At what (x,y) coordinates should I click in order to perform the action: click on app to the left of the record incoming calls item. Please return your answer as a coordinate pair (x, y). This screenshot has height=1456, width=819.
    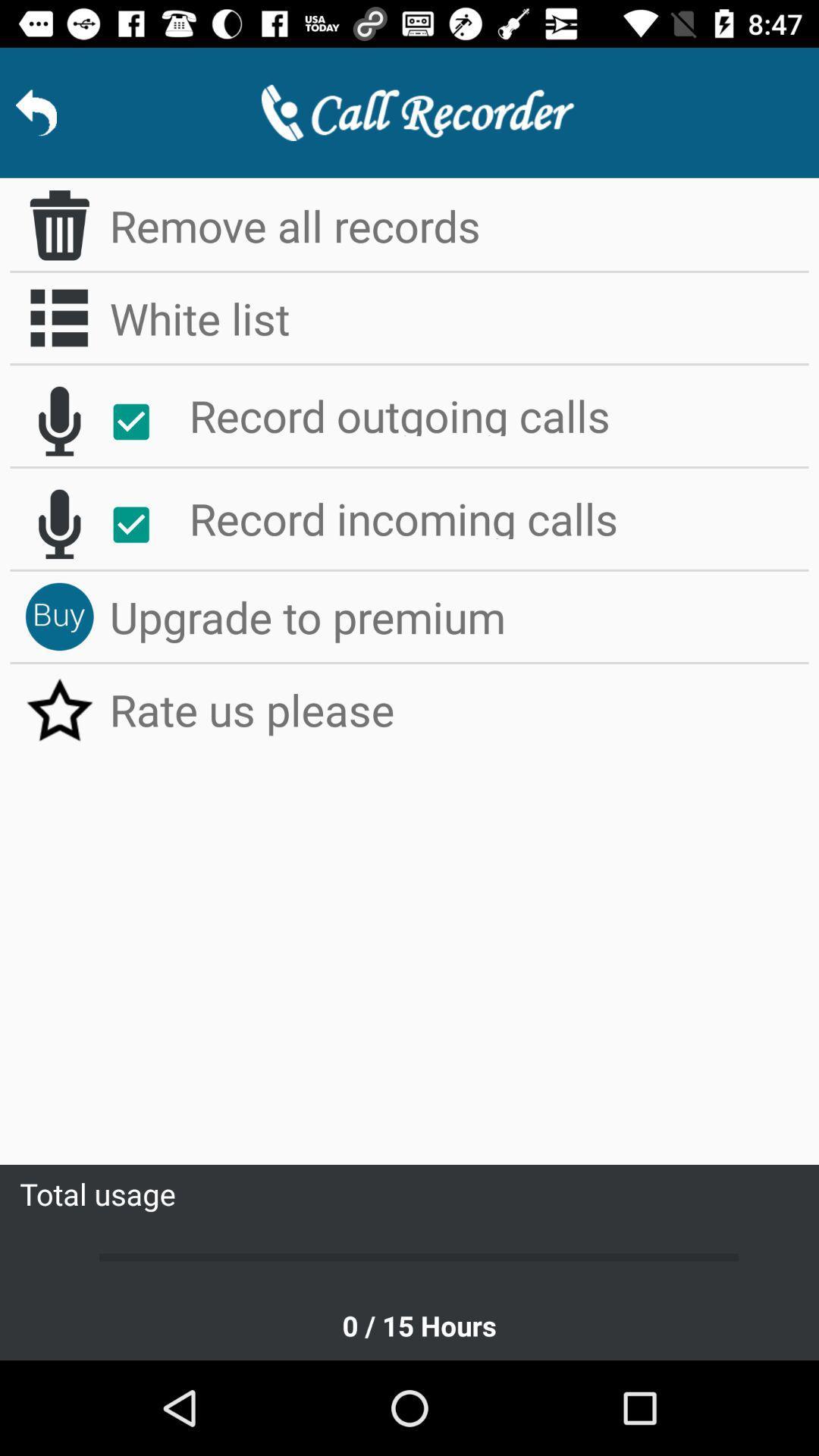
    Looking at the image, I should click on (139, 525).